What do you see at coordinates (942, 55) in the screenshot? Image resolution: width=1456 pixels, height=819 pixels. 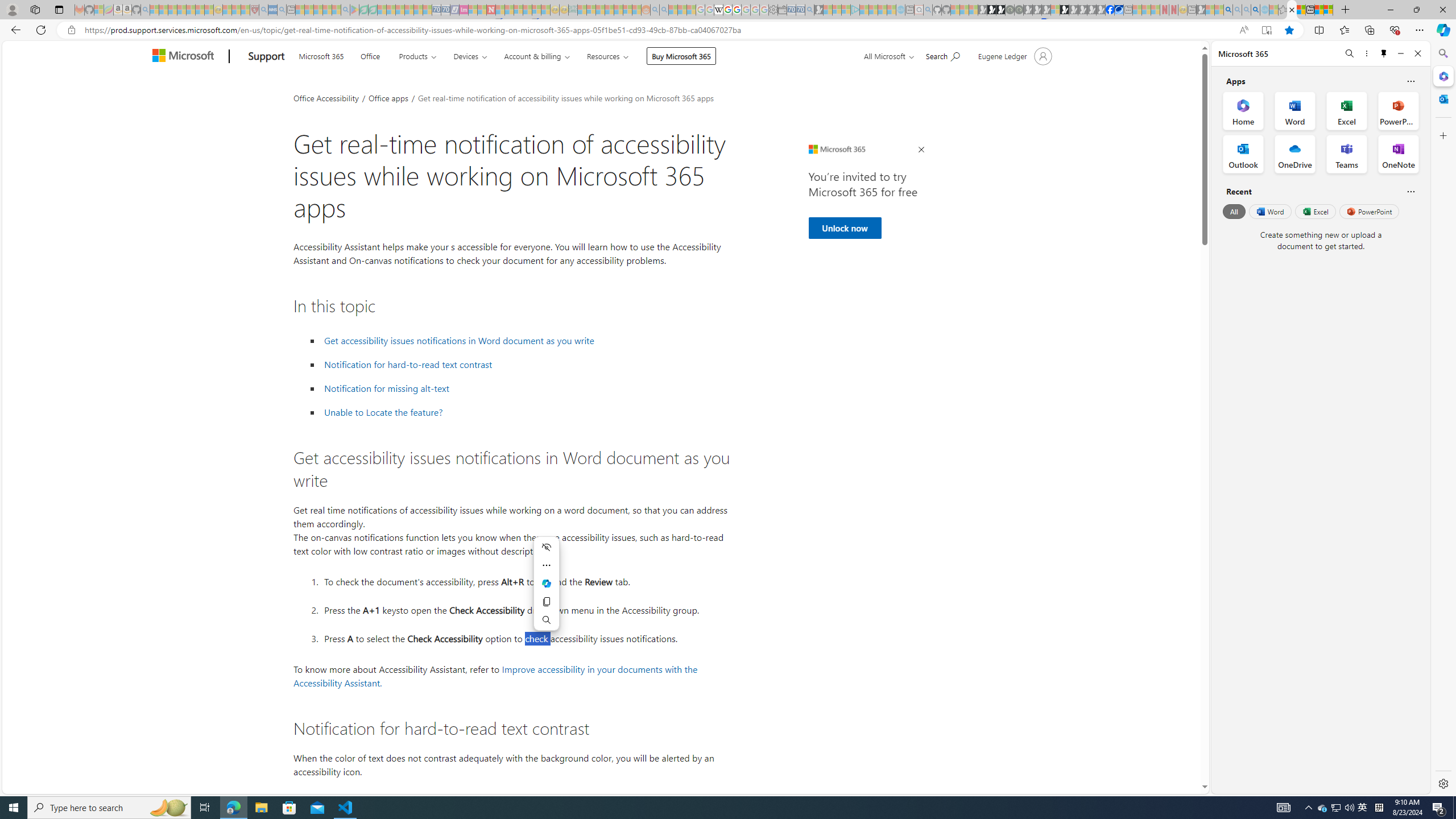 I see `'Search for help'` at bounding box center [942, 55].